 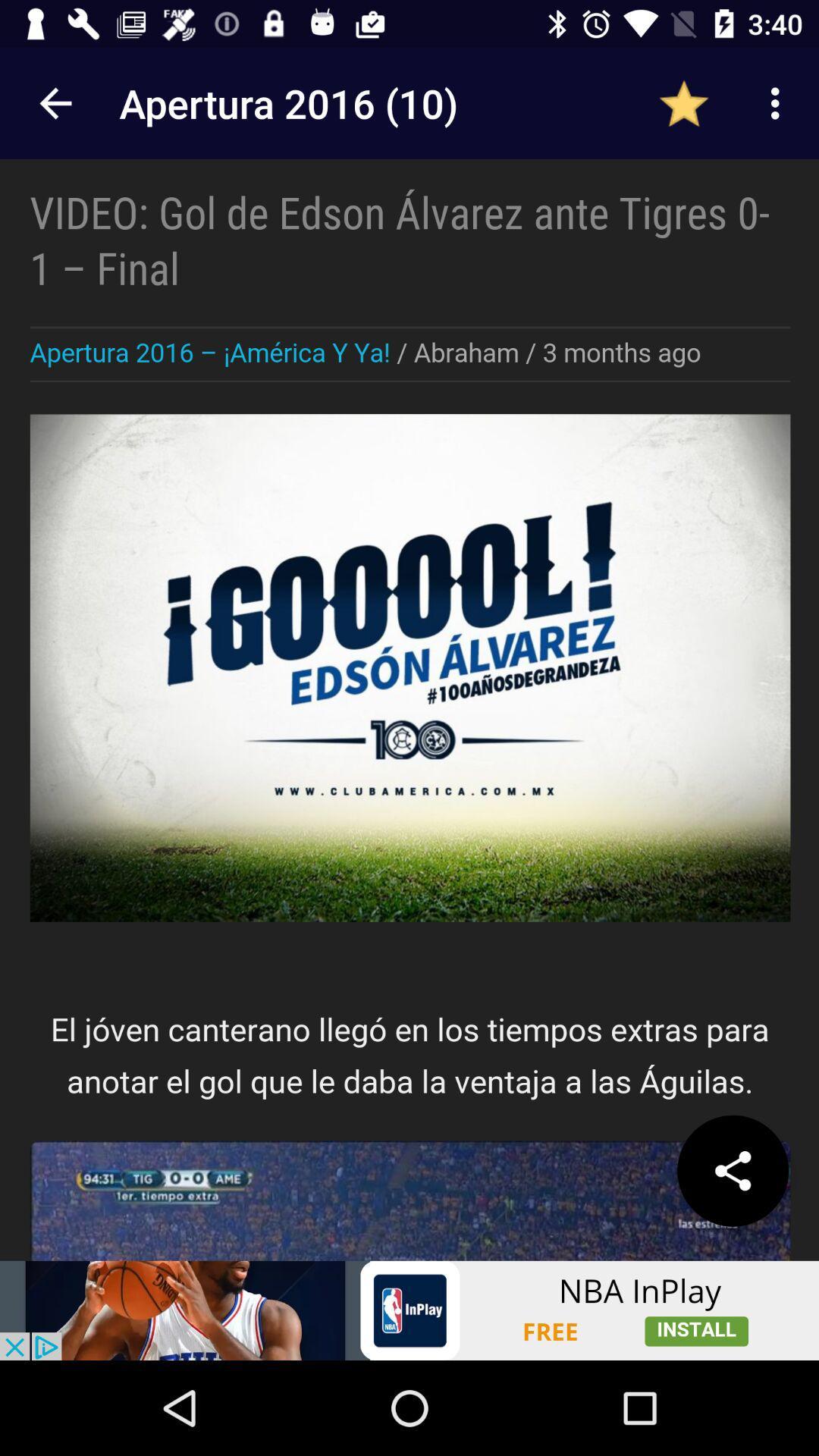 What do you see at coordinates (732, 1170) in the screenshot?
I see `share the option` at bounding box center [732, 1170].